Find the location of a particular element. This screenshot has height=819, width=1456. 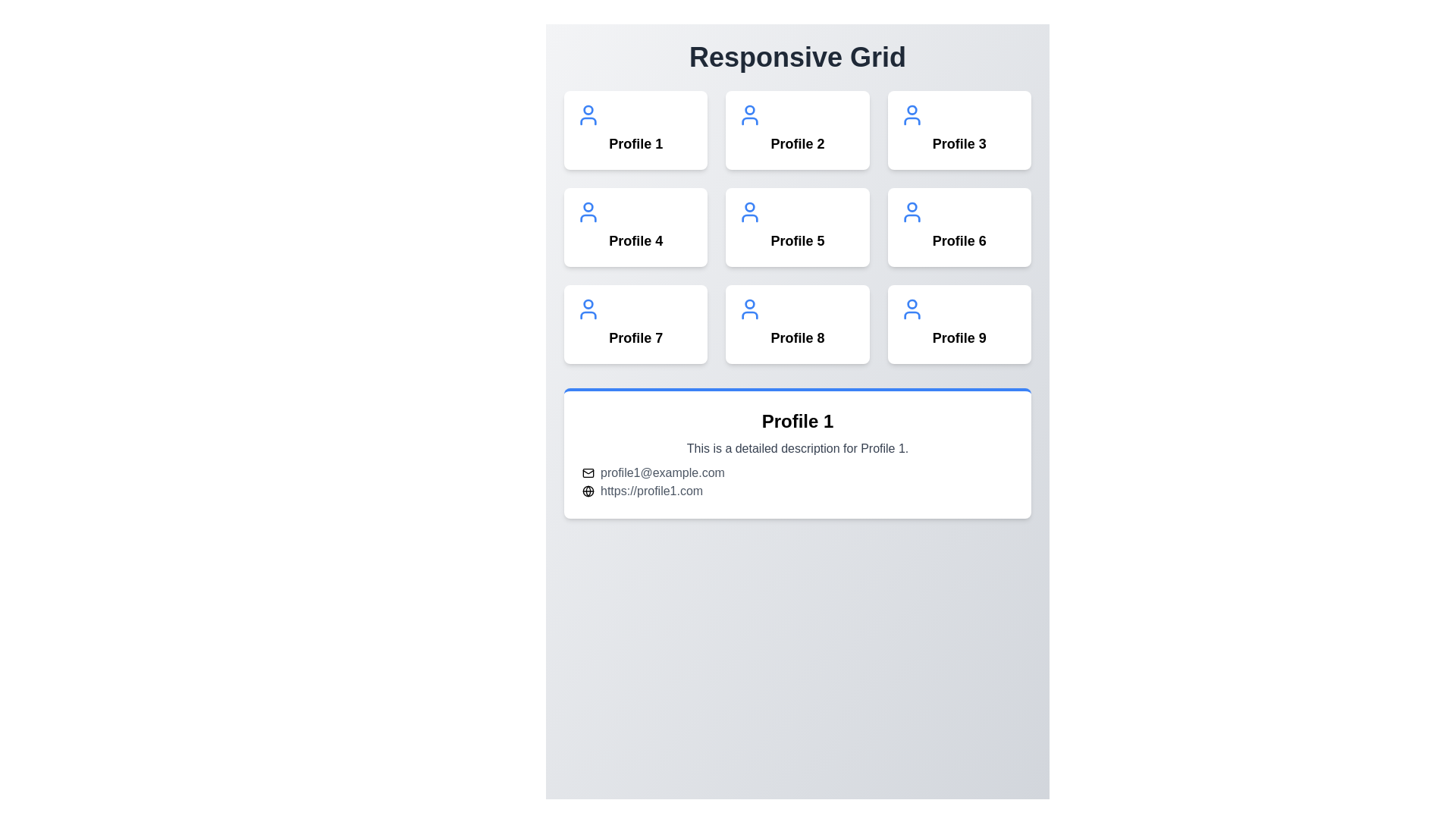

the profile card labeled 'Profile 6' located in the second row and third column under the heading 'Responsive Grid' is located at coordinates (959, 227).